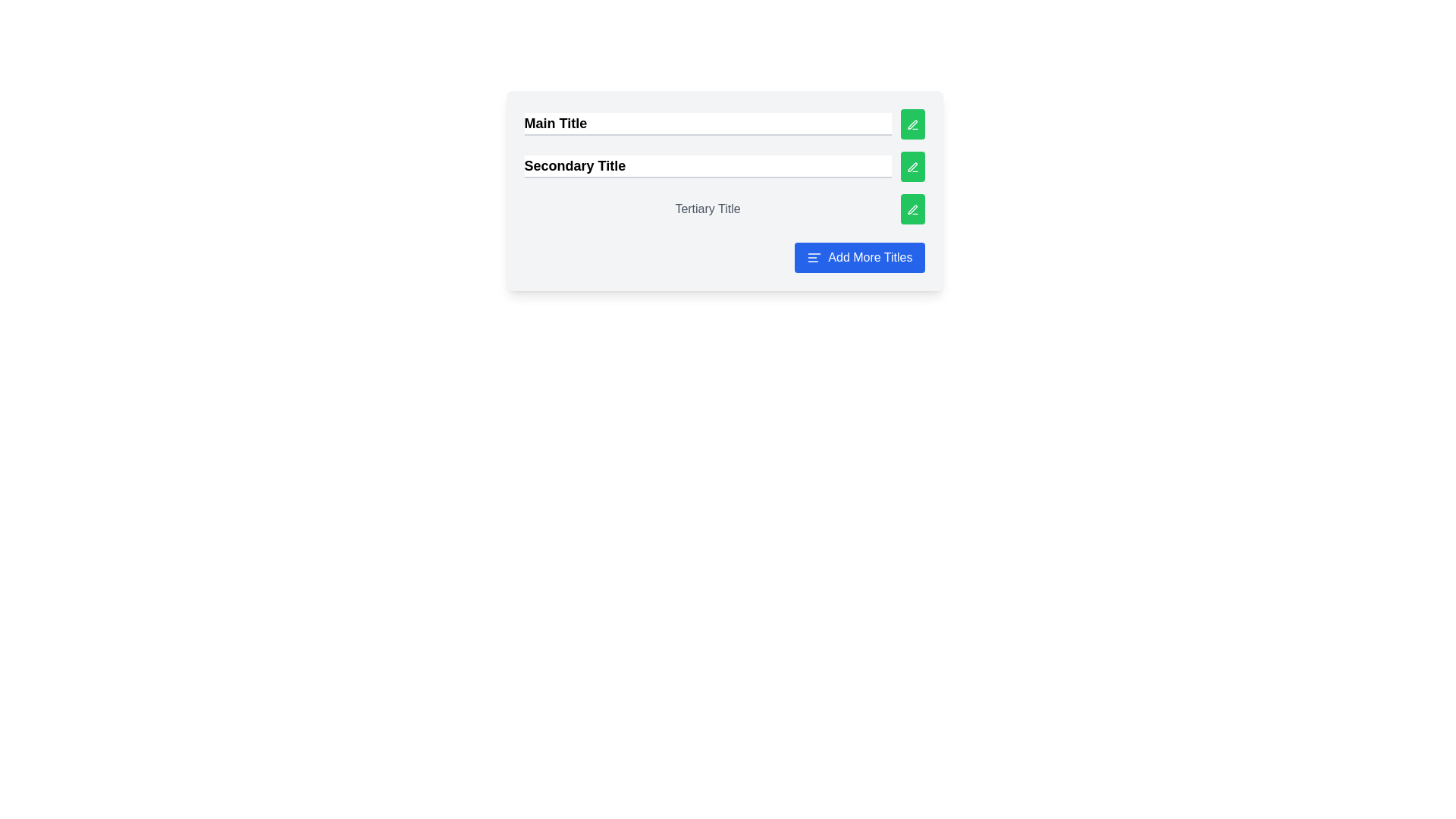  I want to click on the second green Icon button on the right side of the panel, which serves as an edit action trigger for the 'Secondary Title' text input field, so click(912, 167).